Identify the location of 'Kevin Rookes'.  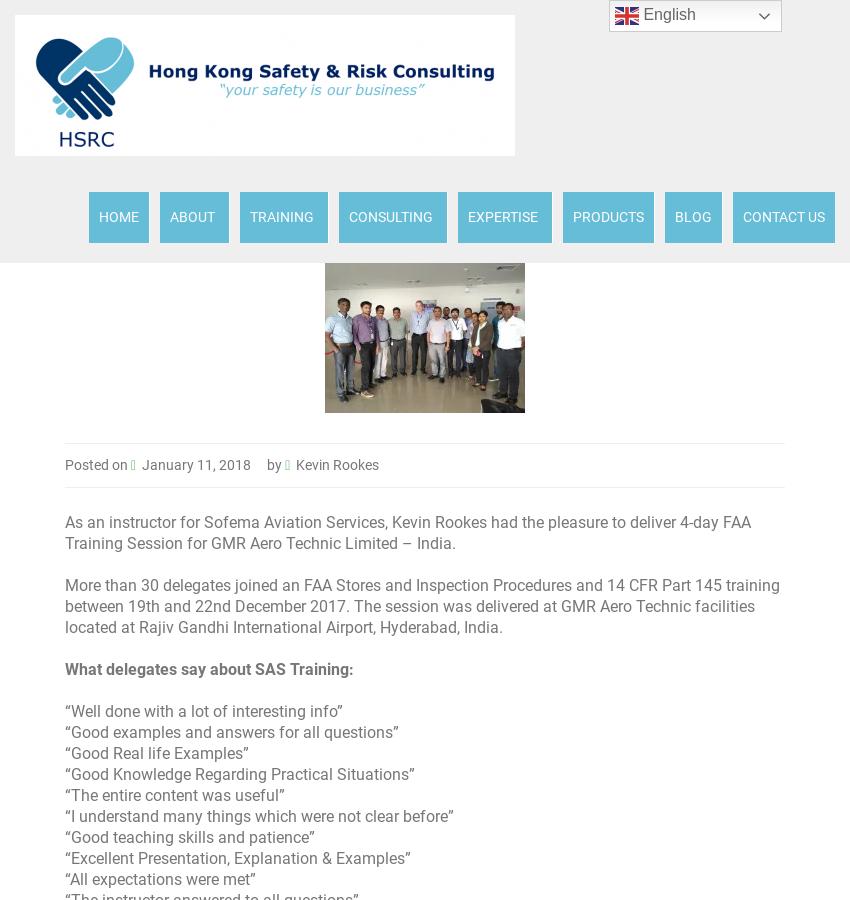
(294, 464).